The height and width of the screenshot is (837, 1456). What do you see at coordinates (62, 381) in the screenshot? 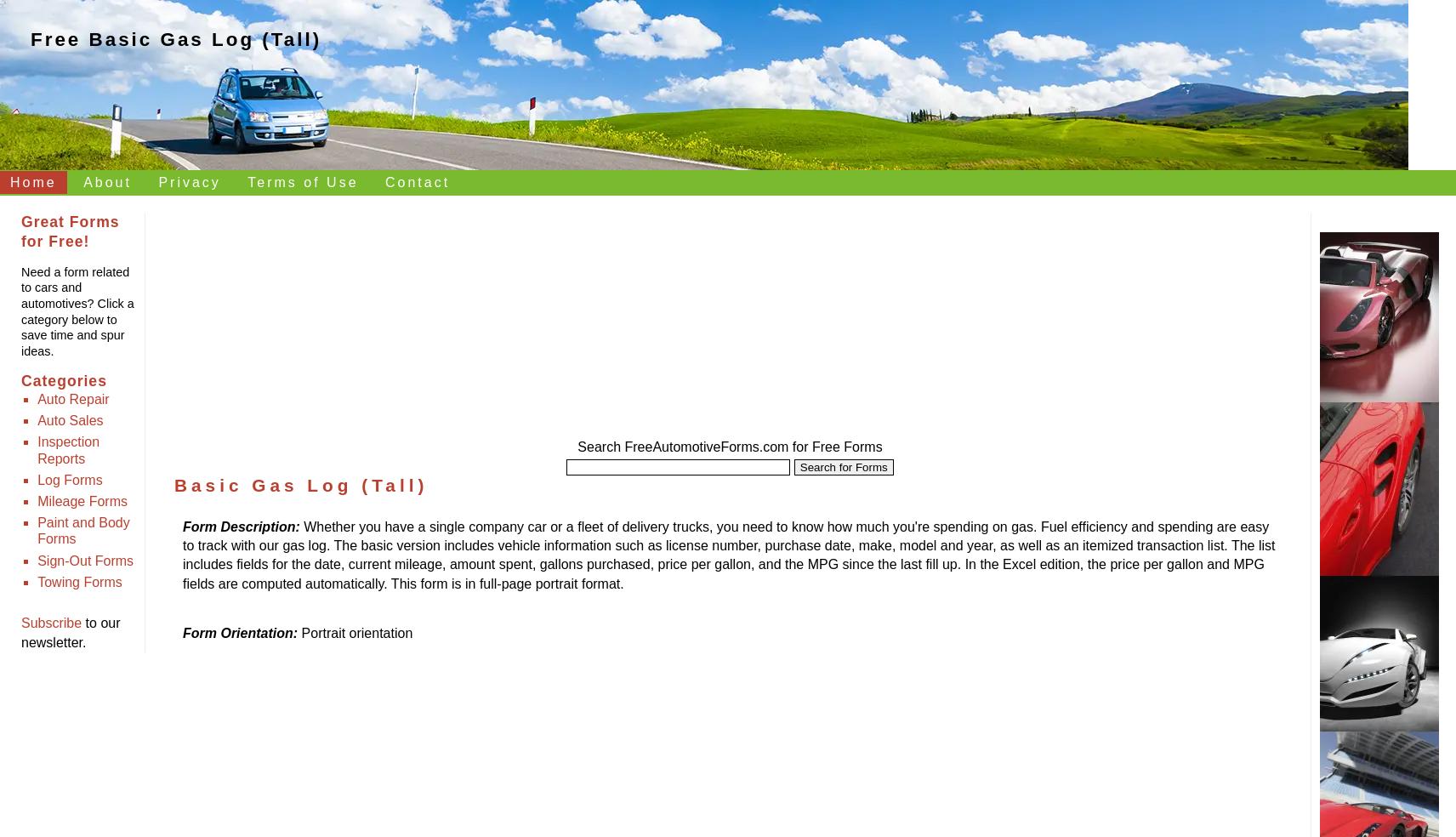
I see `'Categories'` at bounding box center [62, 381].